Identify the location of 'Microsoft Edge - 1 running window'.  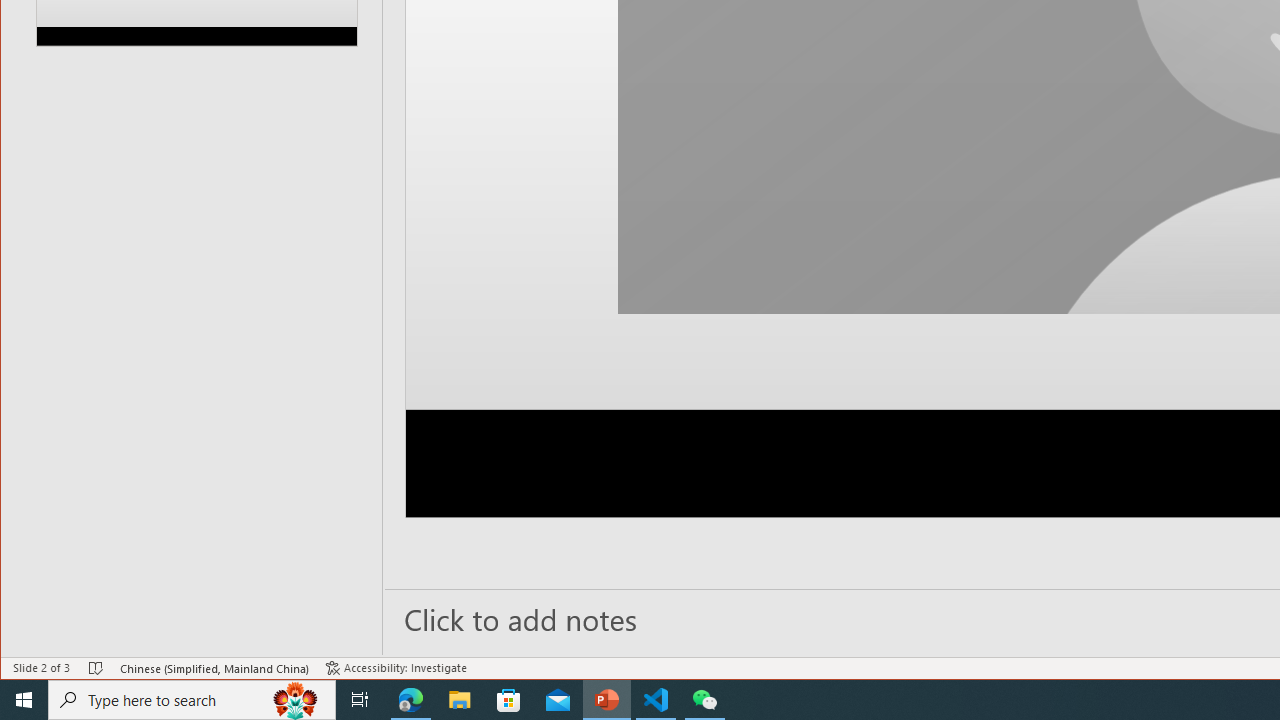
(410, 698).